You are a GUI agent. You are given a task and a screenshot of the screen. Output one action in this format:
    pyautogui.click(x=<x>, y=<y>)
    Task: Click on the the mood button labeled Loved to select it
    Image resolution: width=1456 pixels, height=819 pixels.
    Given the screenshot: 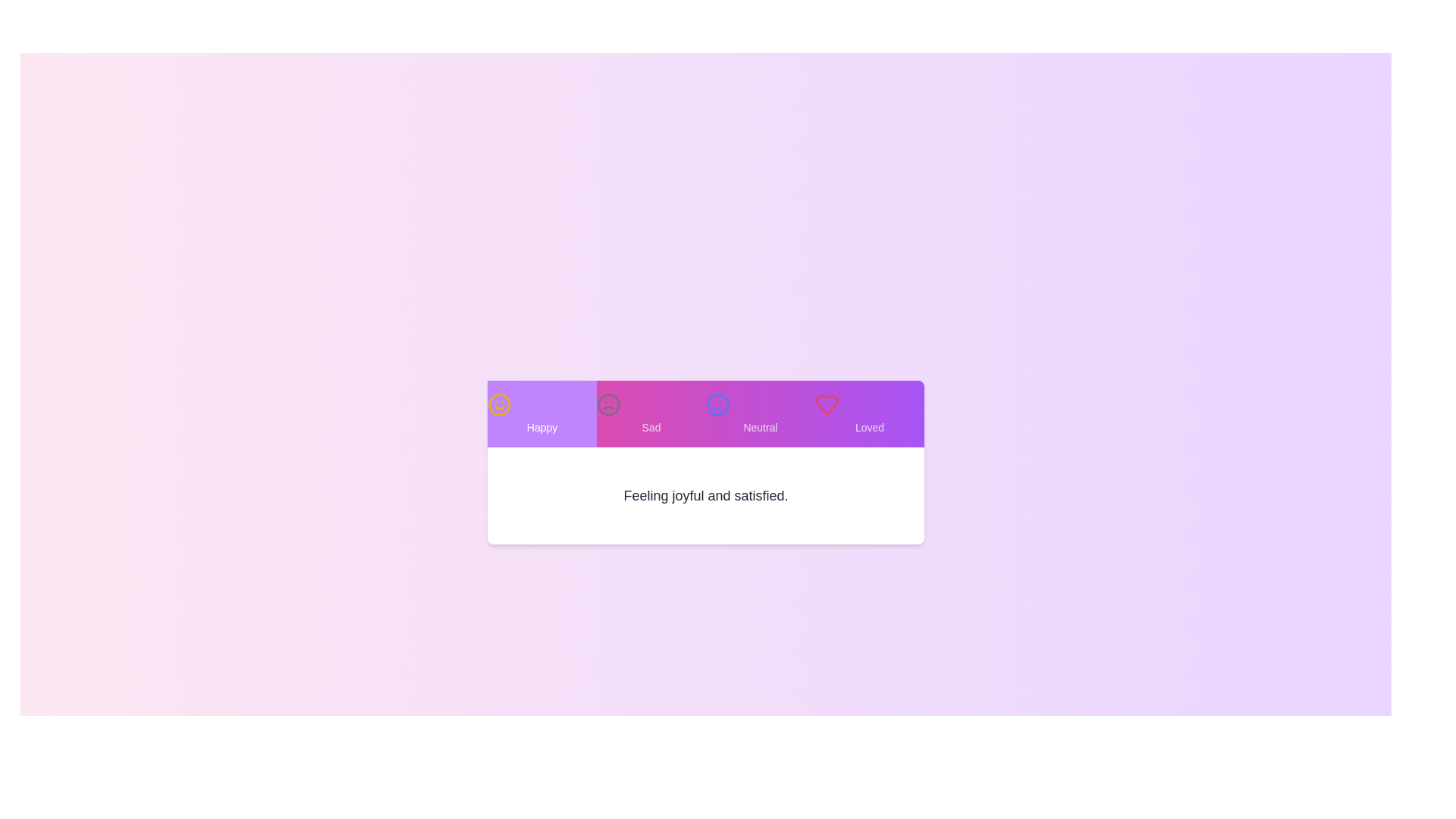 What is the action you would take?
    pyautogui.click(x=870, y=414)
    